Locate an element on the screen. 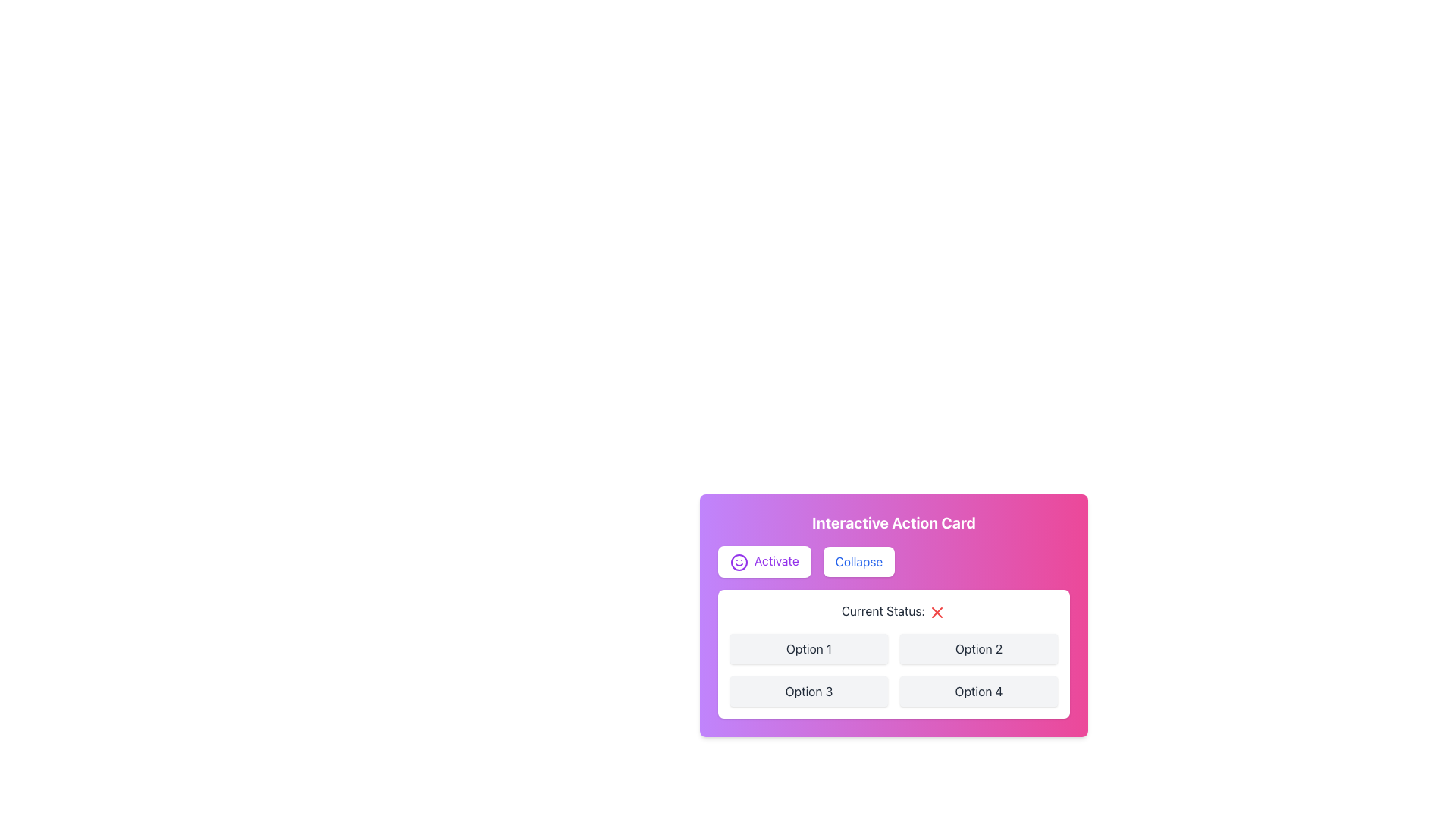 This screenshot has width=1456, height=819. the rectangular button labeled 'Option 2' with a light gray background and rounded corners is located at coordinates (979, 648).